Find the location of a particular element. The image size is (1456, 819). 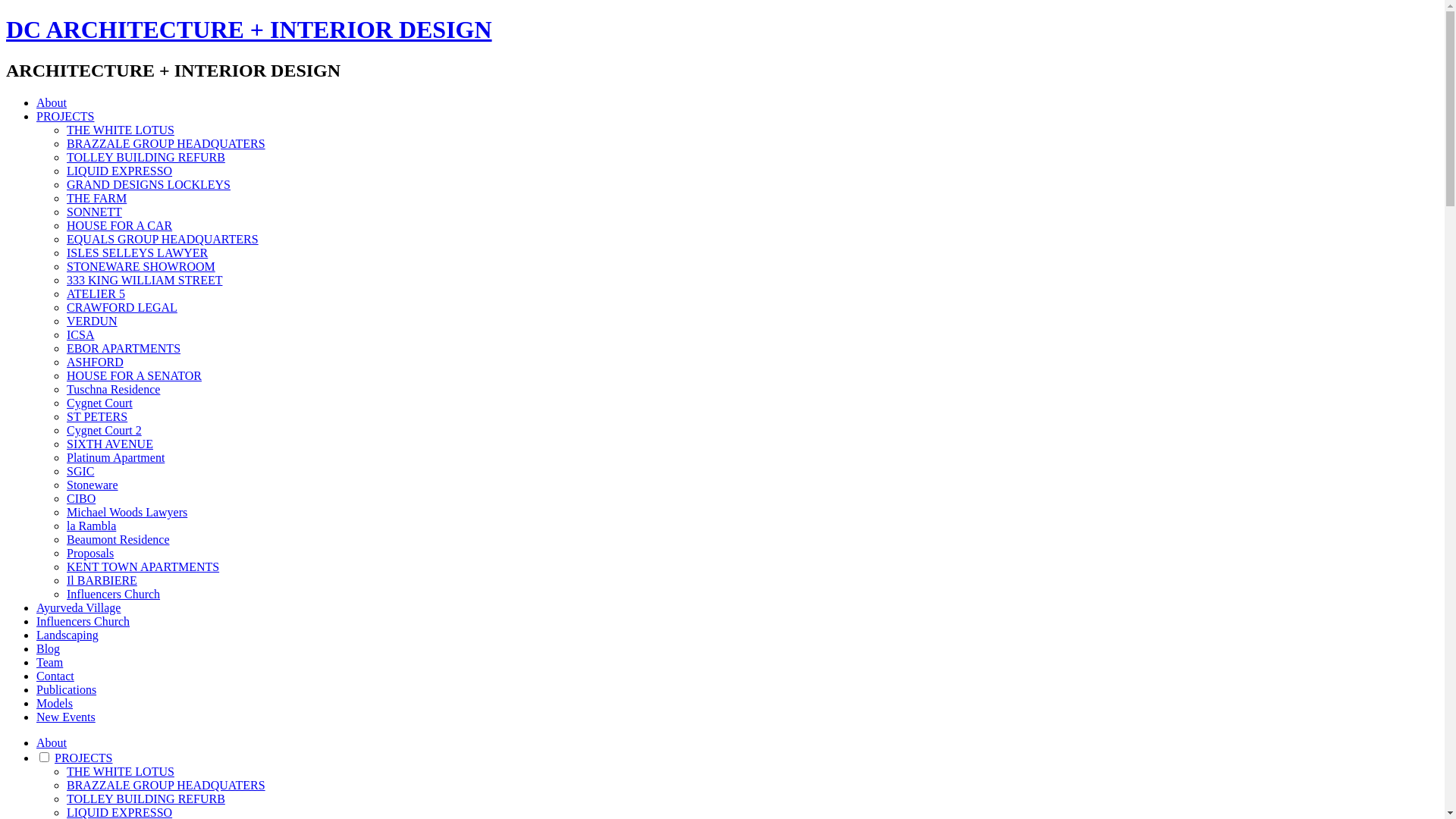

'STONEWARE SHOWROOM' is located at coordinates (141, 265).